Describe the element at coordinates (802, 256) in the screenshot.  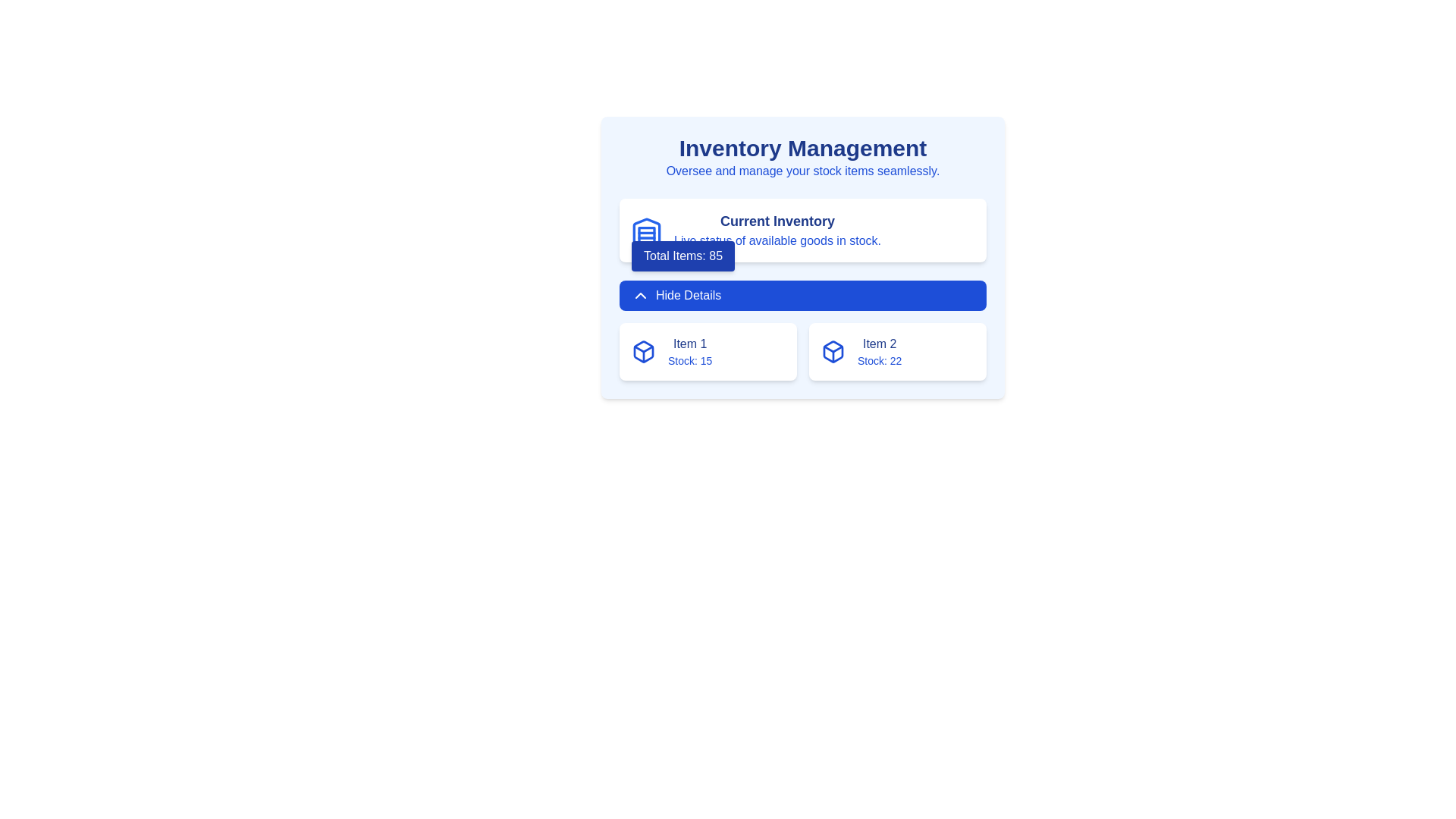
I see `the 'Hide Details' button located within the Inventory Management dashboard component, which is positioned centrally in the upper-middle region of the interface` at that location.